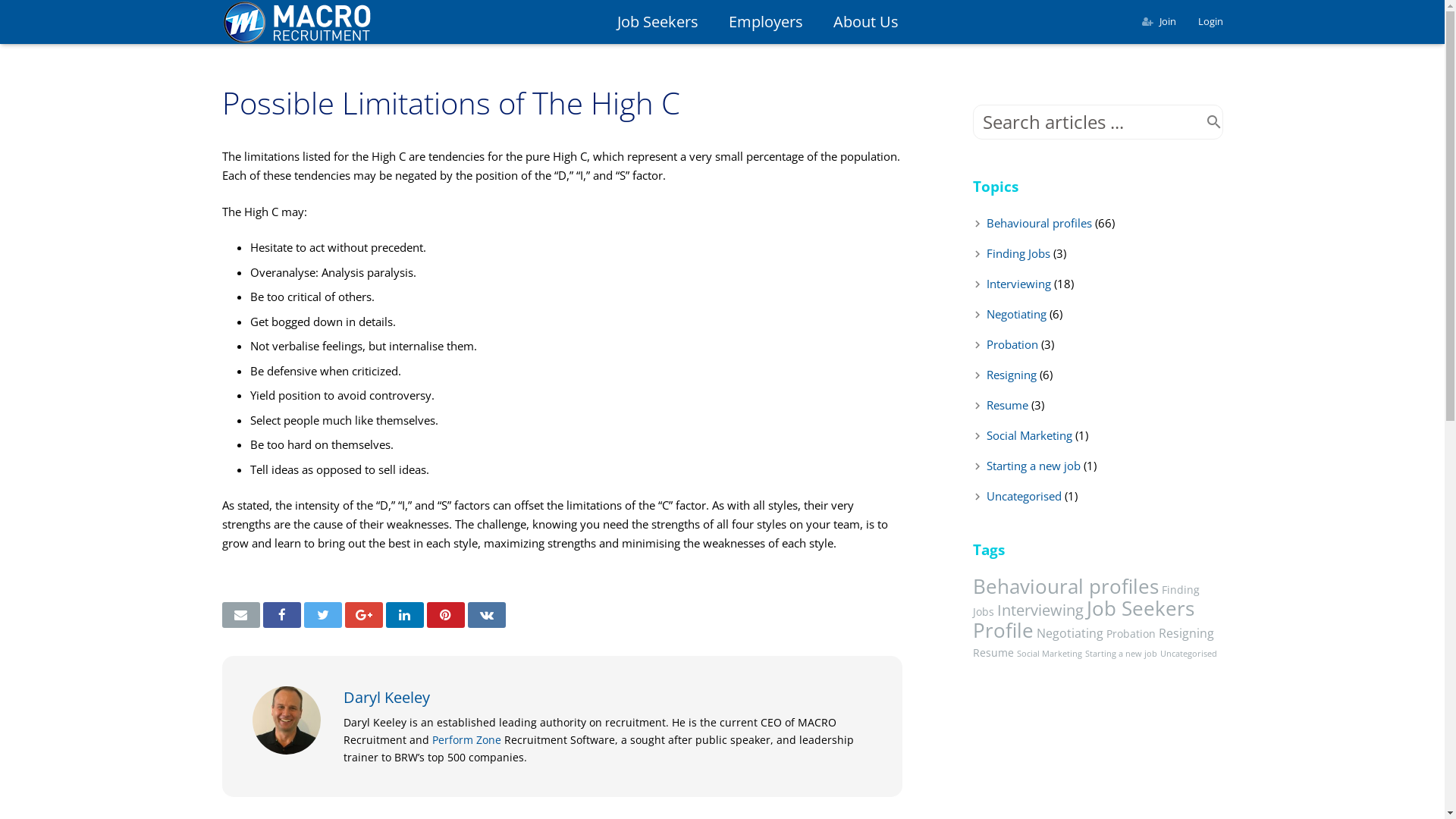 Image resolution: width=1456 pixels, height=819 pixels. I want to click on 'Starting a new job', so click(1032, 464).